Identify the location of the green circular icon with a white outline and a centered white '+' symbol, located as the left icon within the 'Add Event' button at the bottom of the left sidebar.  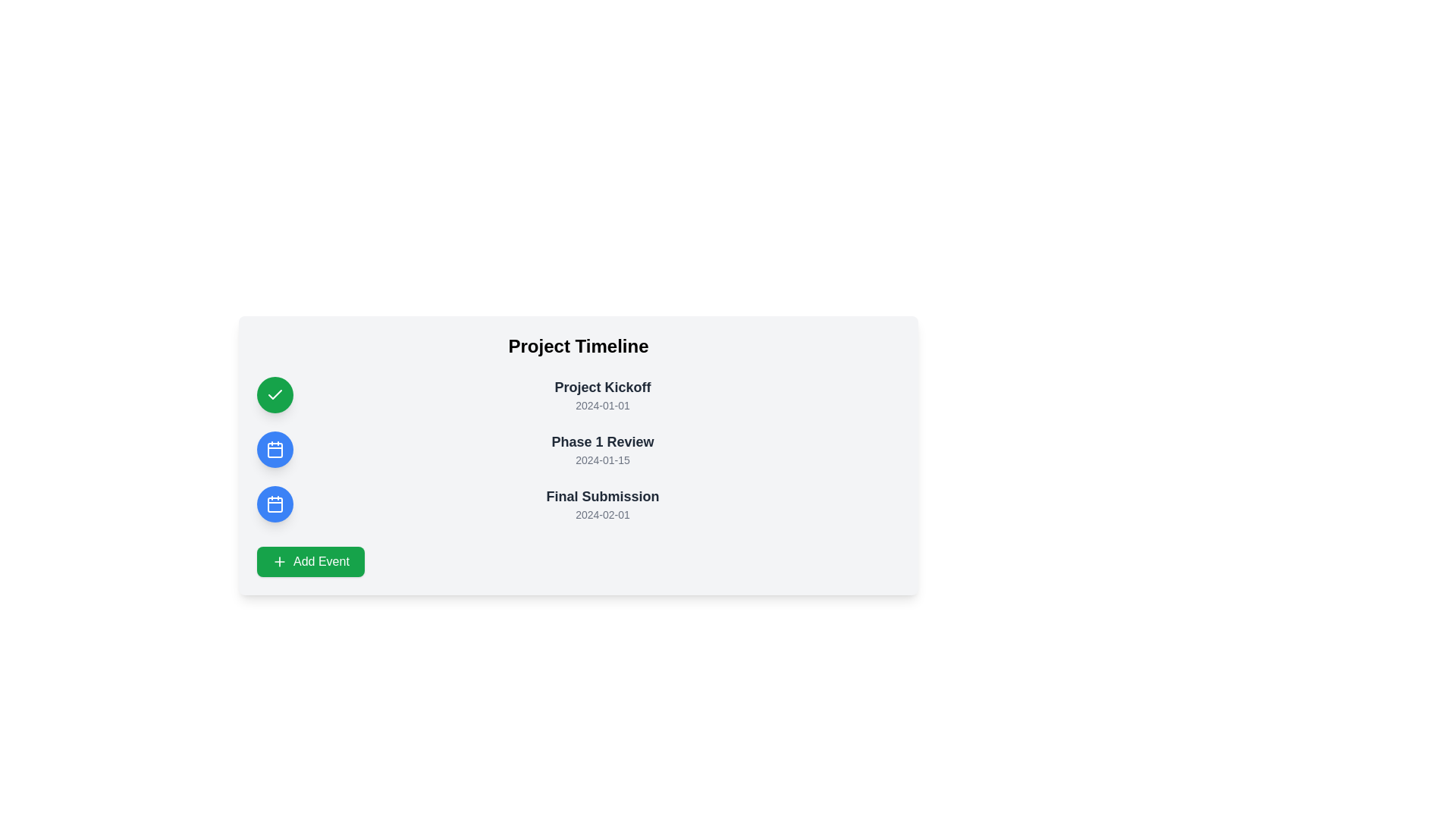
(280, 561).